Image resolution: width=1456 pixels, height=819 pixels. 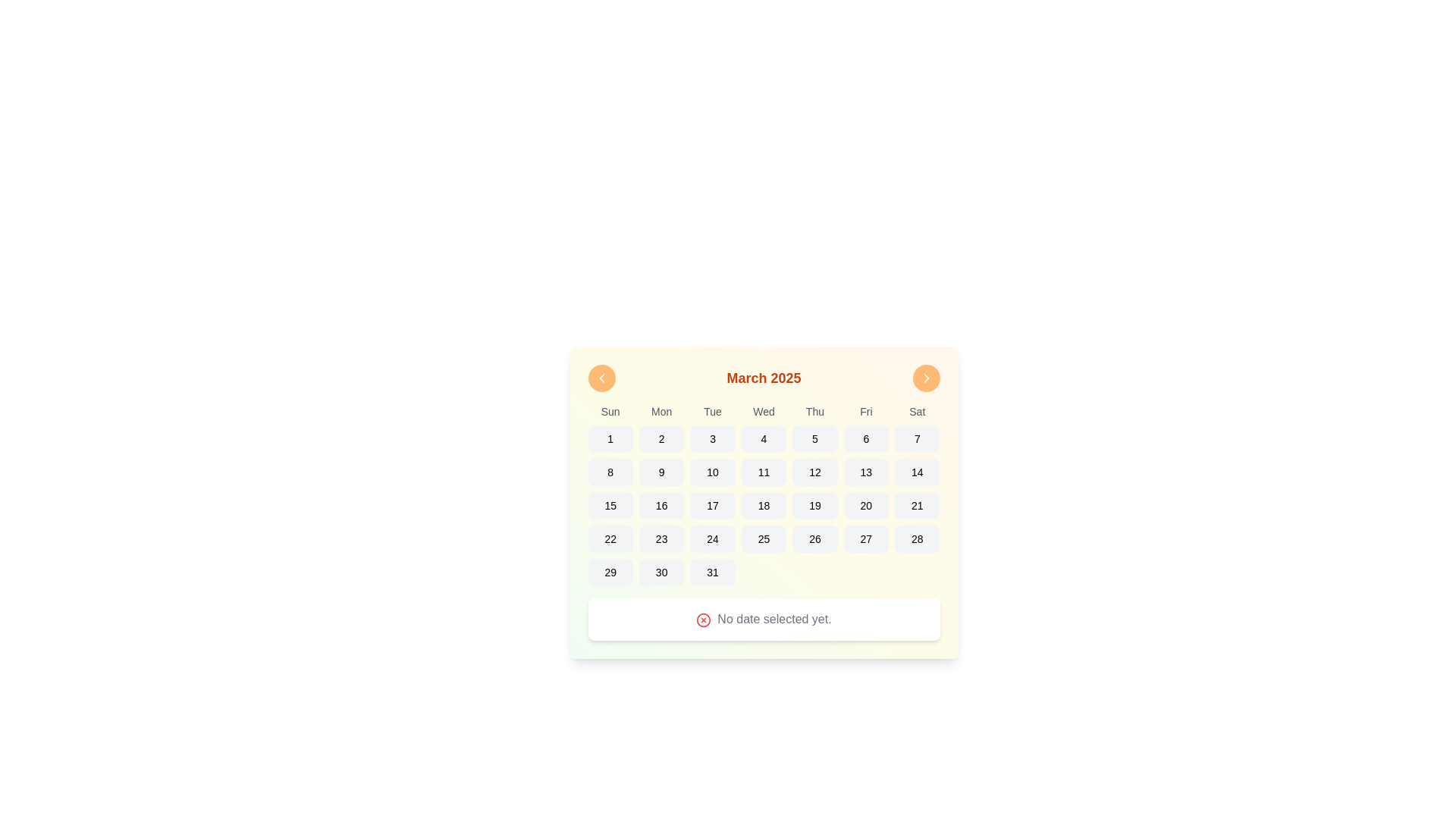 I want to click on the button representing the day '4' in the calendar grid located in the first row, fourth column, so click(x=764, y=438).